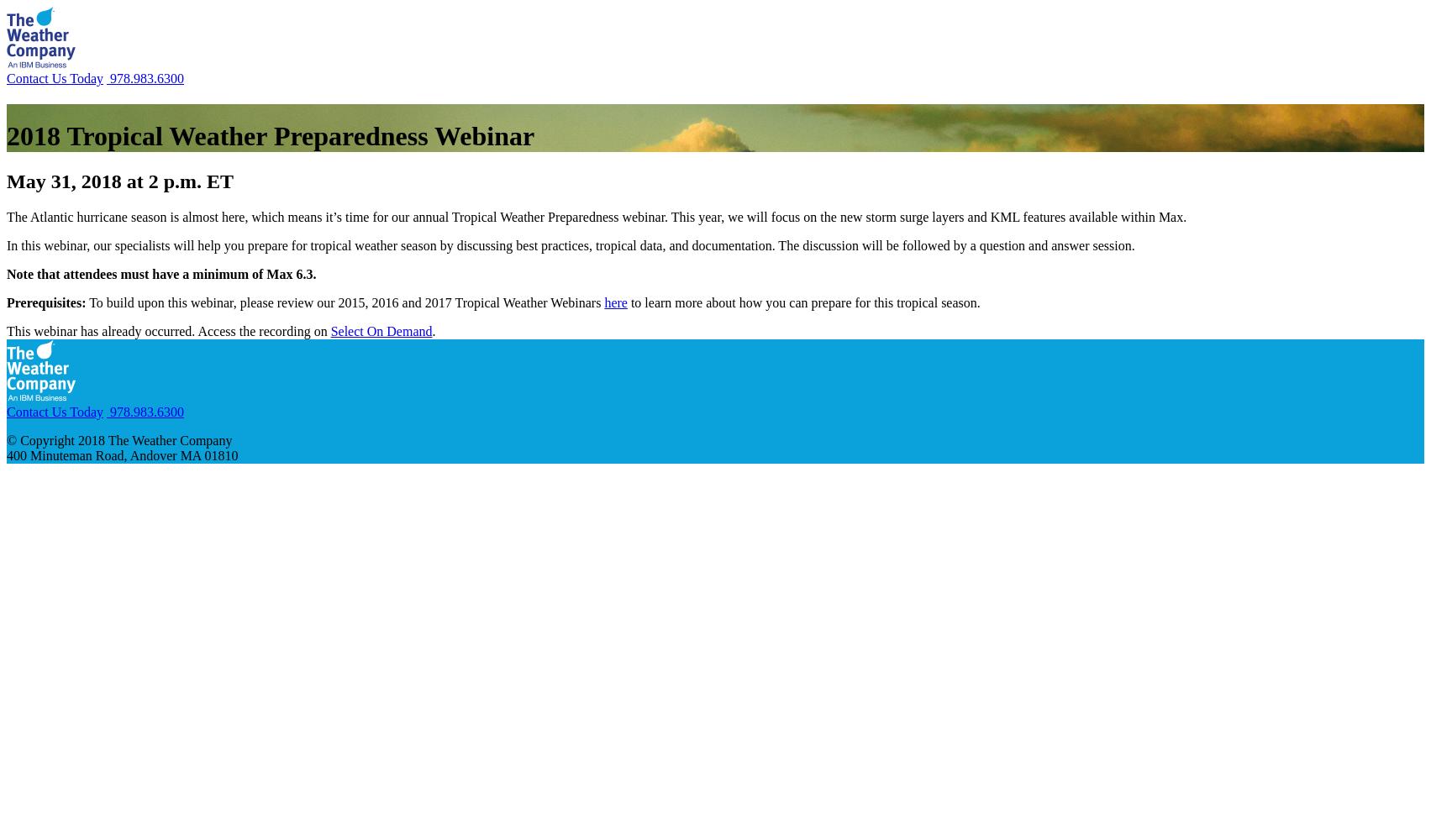 This screenshot has width=1431, height=840. What do you see at coordinates (569, 244) in the screenshot?
I see `'In this webinar, our specialists will help you prepare for tropical weather season by discussing best practices, tropical data, and documentation. The discussion will be followed by a question and answer session.'` at bounding box center [569, 244].